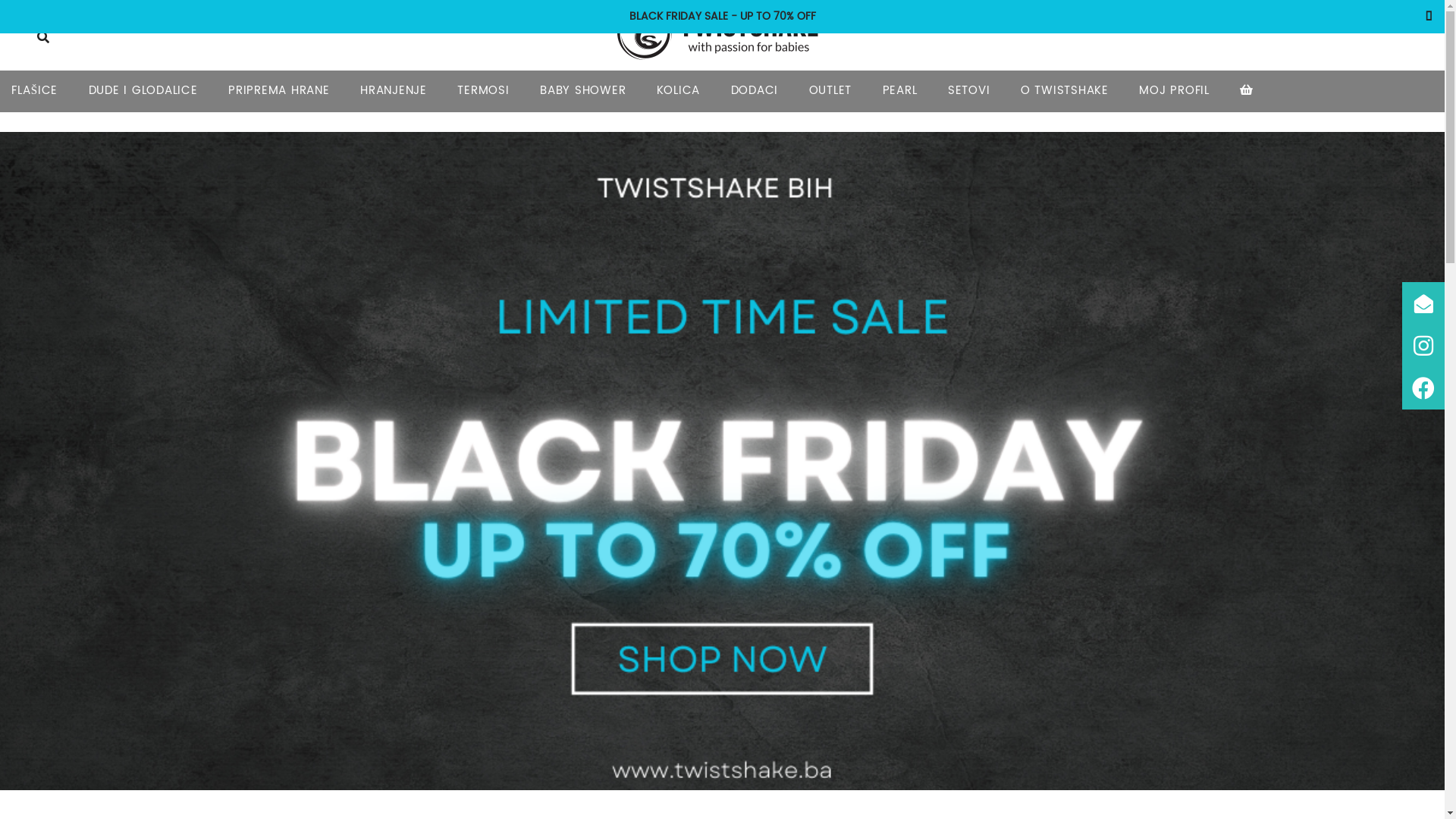 This screenshot has height=819, width=1456. Describe the element at coordinates (677, 91) in the screenshot. I see `'KOLICA'` at that location.